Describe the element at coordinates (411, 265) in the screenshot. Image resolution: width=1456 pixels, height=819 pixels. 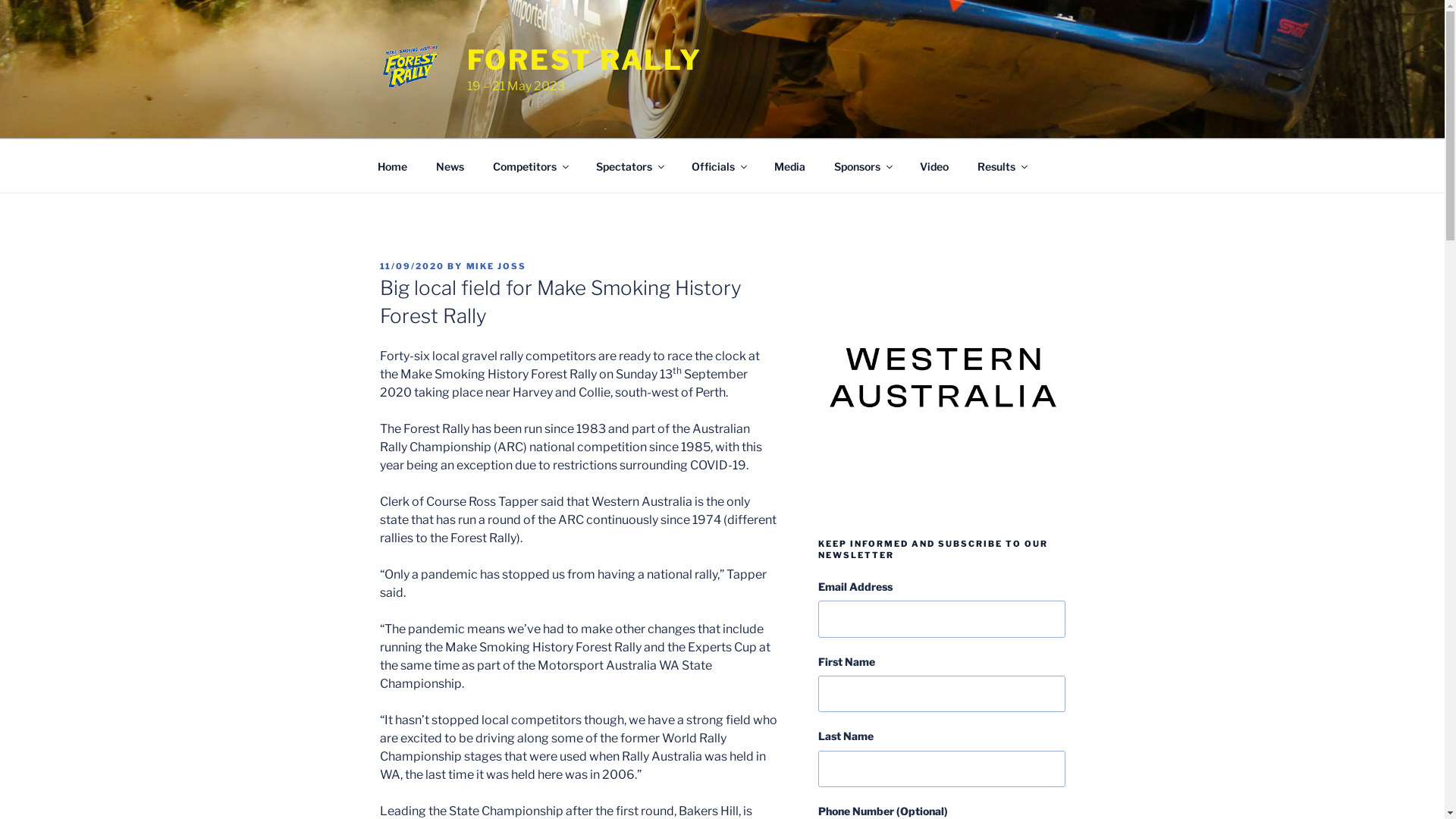
I see `'11/09/2020'` at that location.